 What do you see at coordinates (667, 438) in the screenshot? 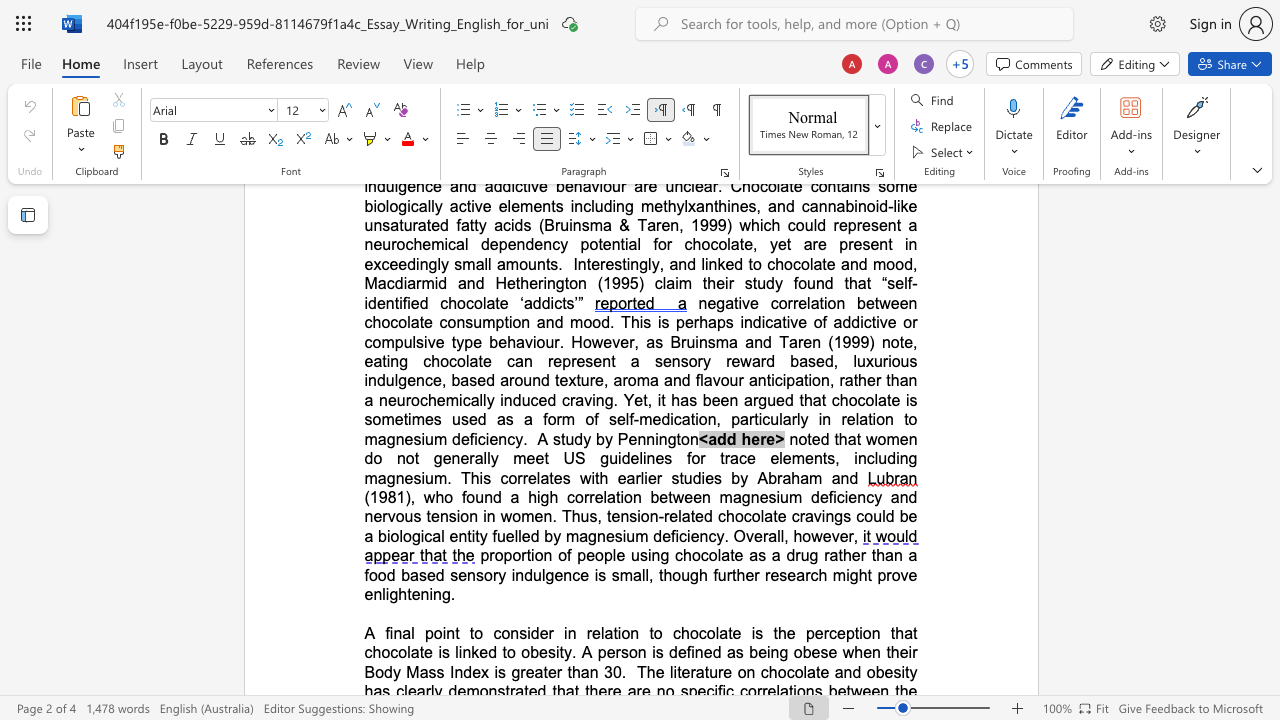
I see `the space between the continuous character "n" and "g" in the text` at bounding box center [667, 438].